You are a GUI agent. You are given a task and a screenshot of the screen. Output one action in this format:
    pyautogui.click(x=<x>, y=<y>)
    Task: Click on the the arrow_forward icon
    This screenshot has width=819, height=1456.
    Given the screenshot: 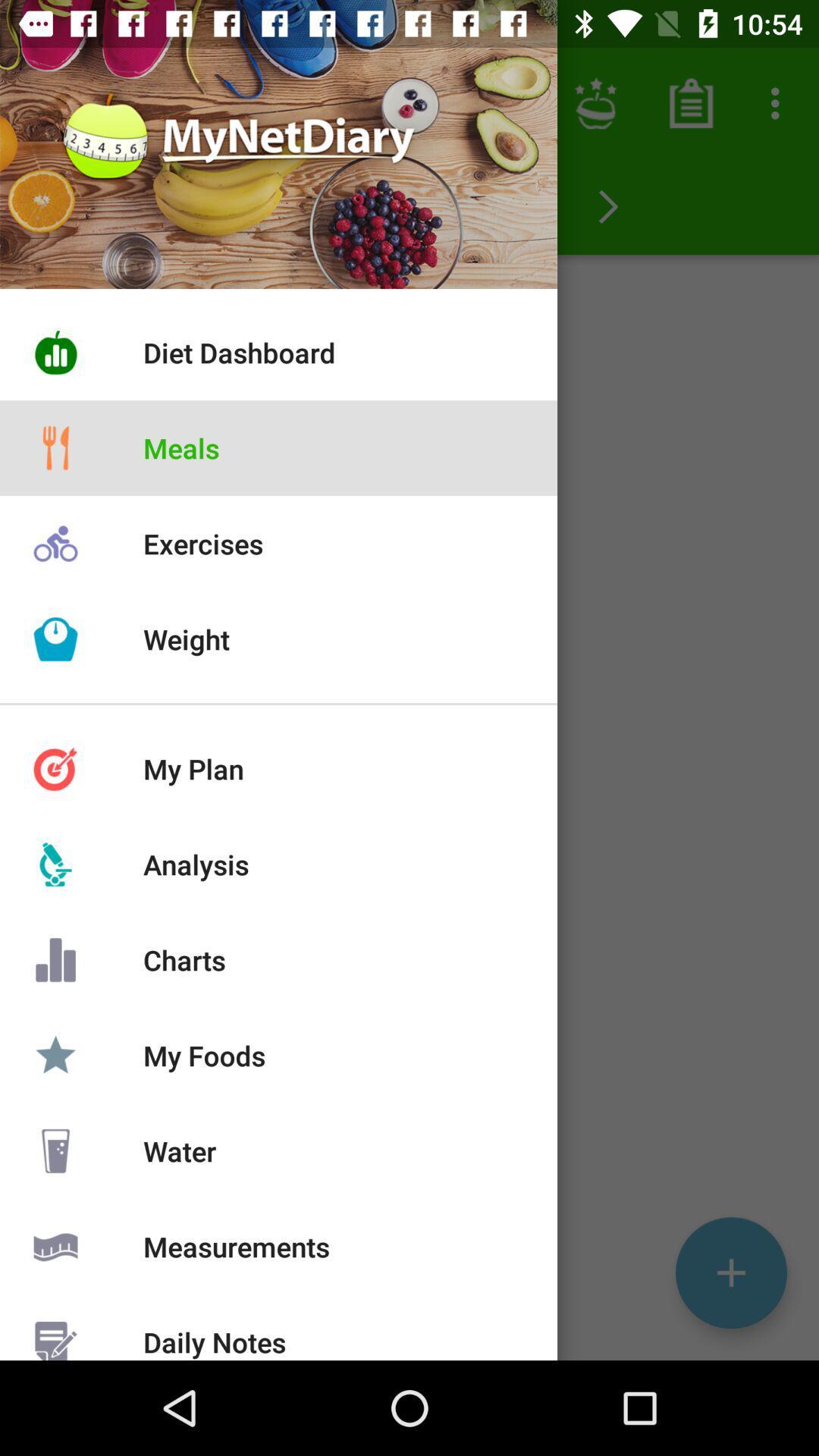 What is the action you would take?
    pyautogui.click(x=607, y=206)
    